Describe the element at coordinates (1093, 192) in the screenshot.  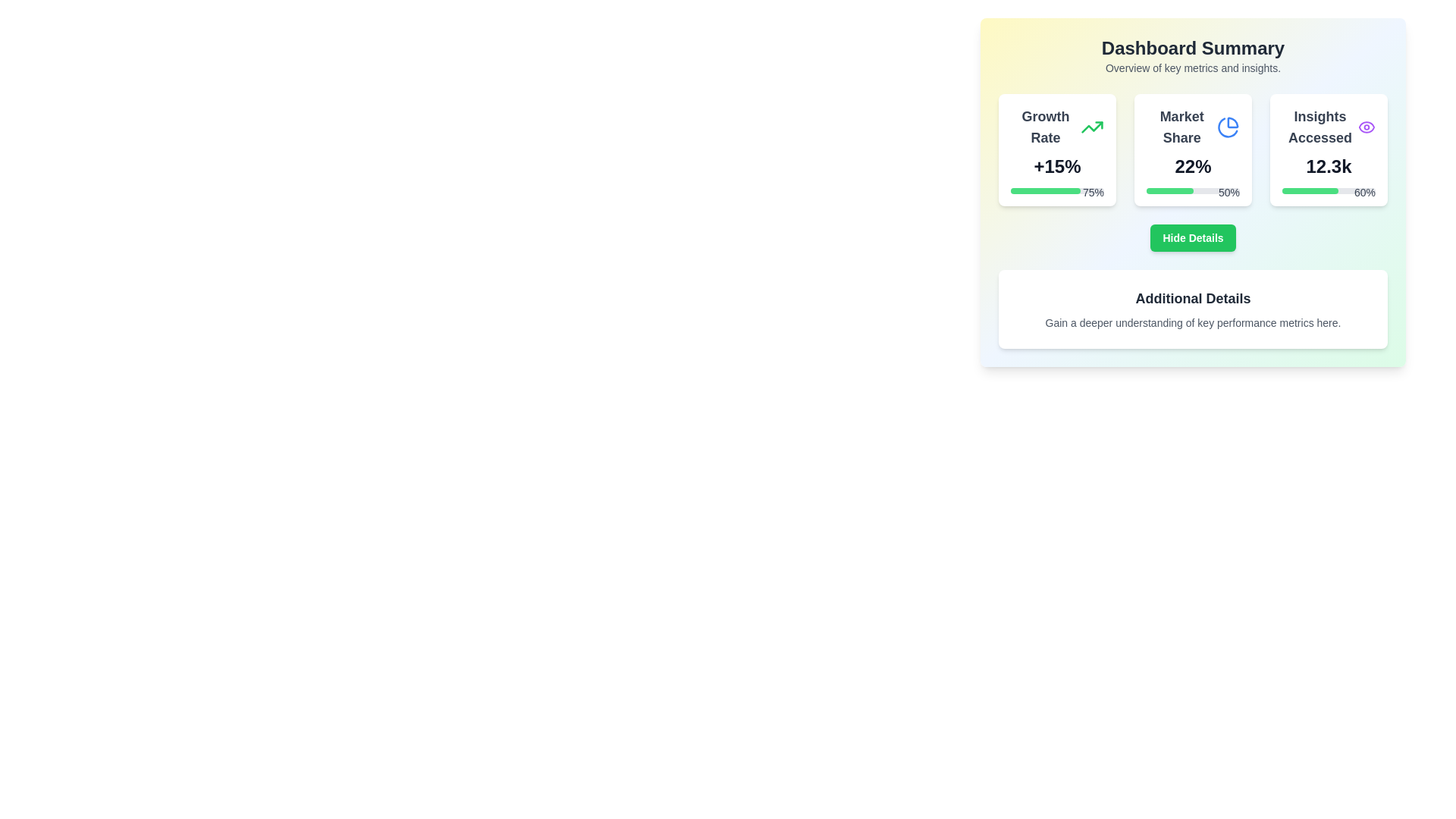
I see `the text element that displays the progress percentage, located in the top-right corner above the green progress bar indicating 75% completion` at that location.